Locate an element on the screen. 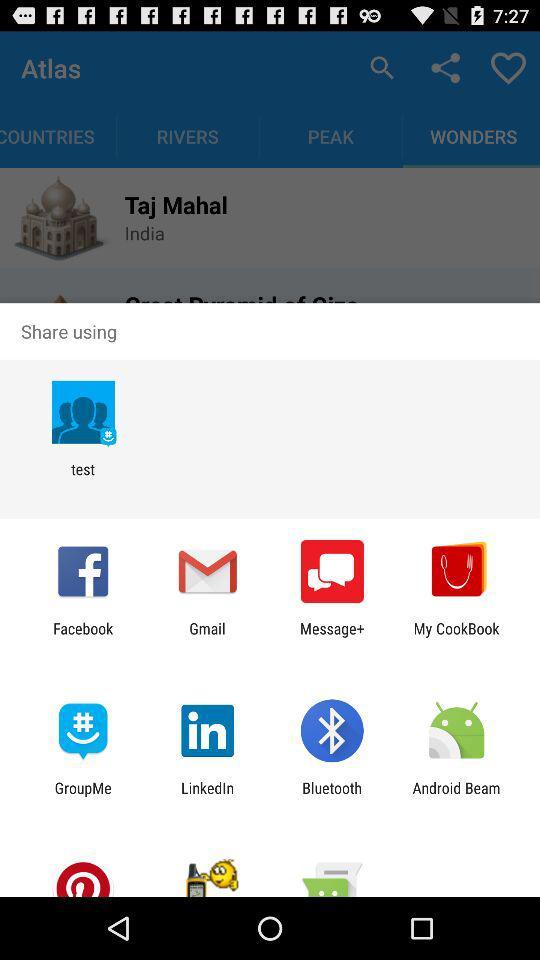 The height and width of the screenshot is (960, 540). item next to facebook item is located at coordinates (206, 636).